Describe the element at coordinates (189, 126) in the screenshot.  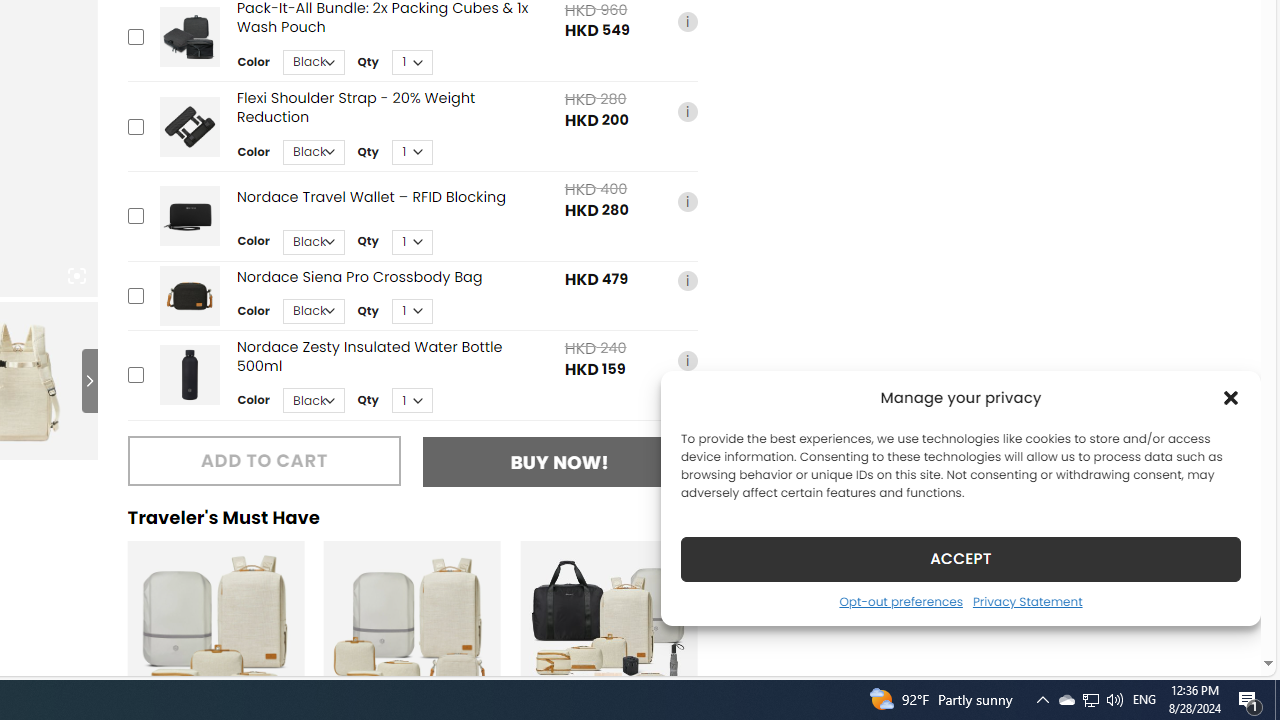
I see `'Flexi Shoulder Strap - 20% Weight Reduction'` at that location.